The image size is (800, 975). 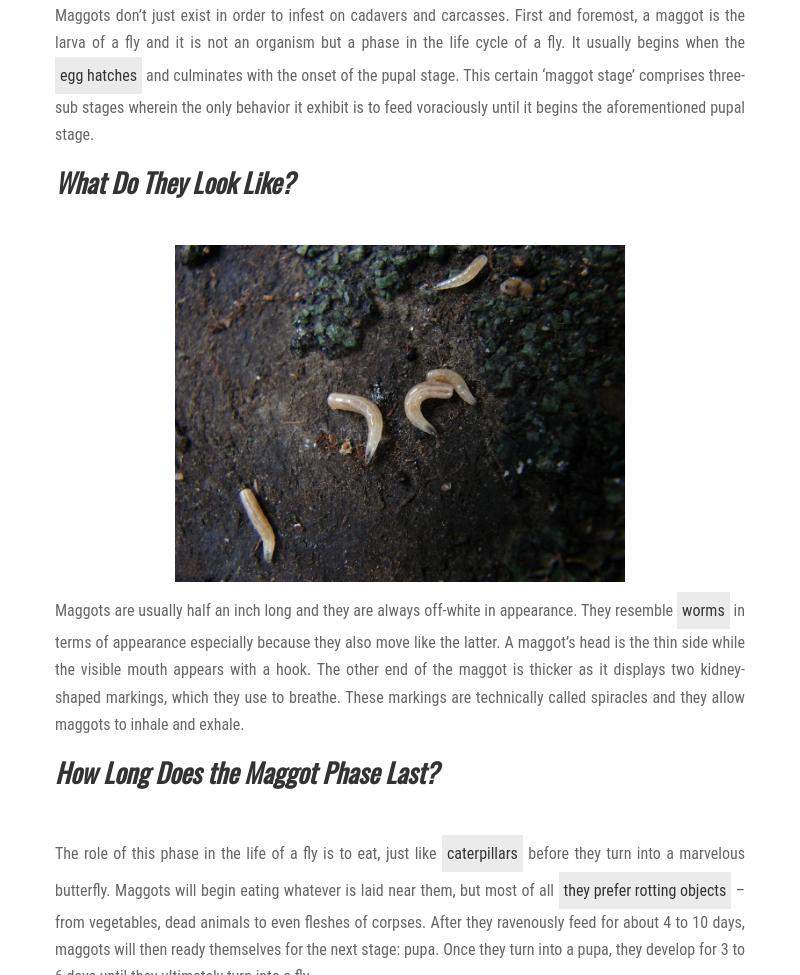 What do you see at coordinates (173, 181) in the screenshot?
I see `'What Do They Look Like?'` at bounding box center [173, 181].